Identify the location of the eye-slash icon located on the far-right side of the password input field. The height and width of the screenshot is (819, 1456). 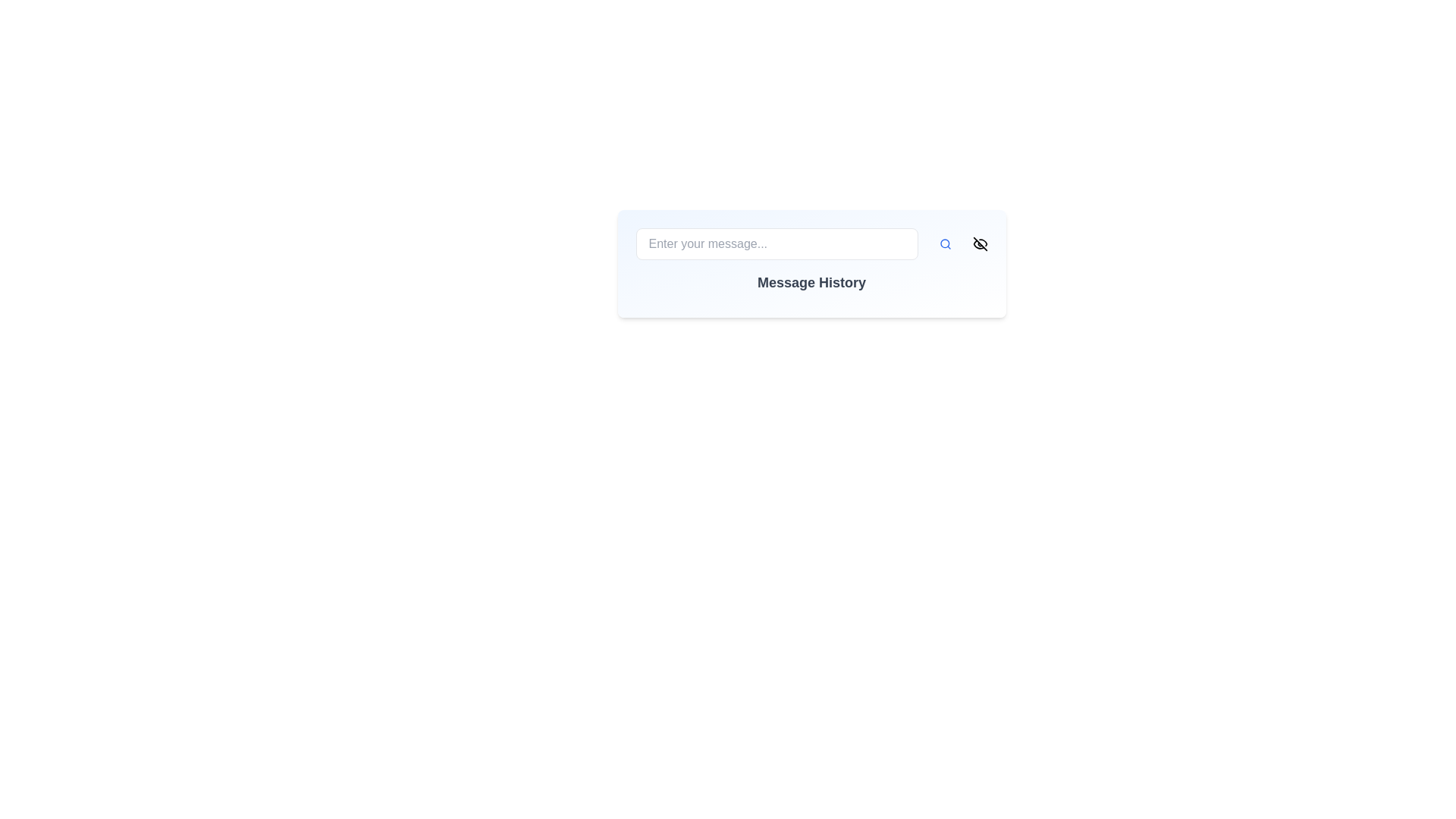
(980, 243).